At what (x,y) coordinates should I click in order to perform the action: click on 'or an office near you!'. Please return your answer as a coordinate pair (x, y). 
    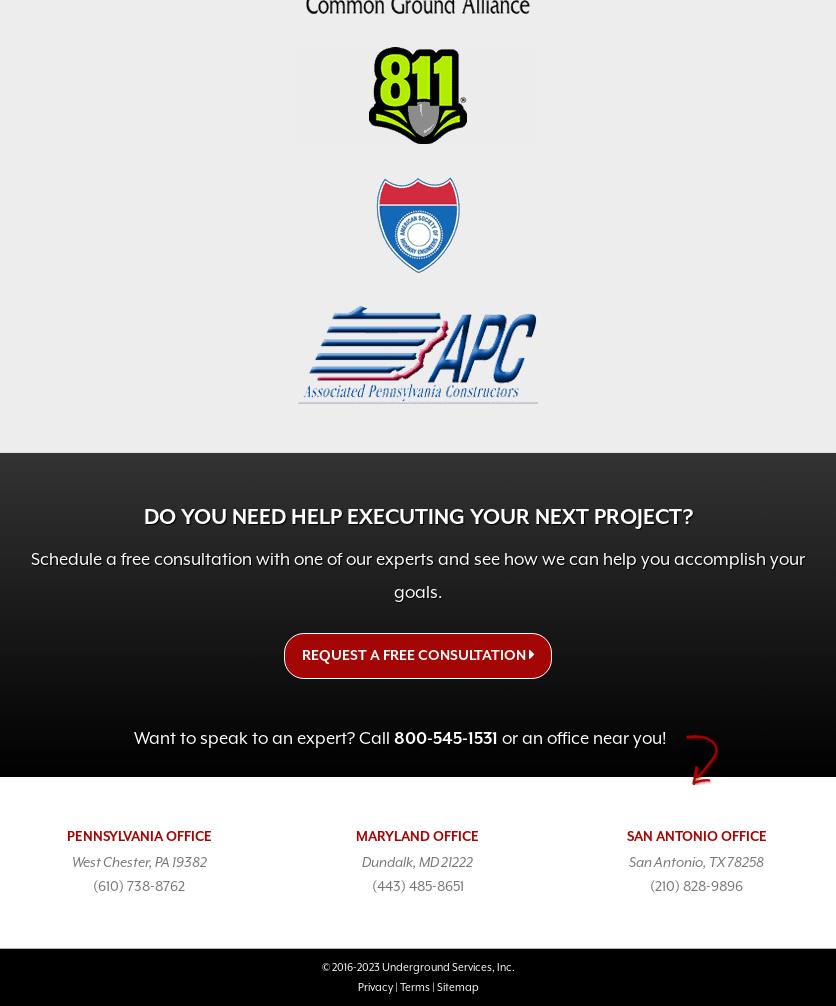
    Looking at the image, I should click on (581, 736).